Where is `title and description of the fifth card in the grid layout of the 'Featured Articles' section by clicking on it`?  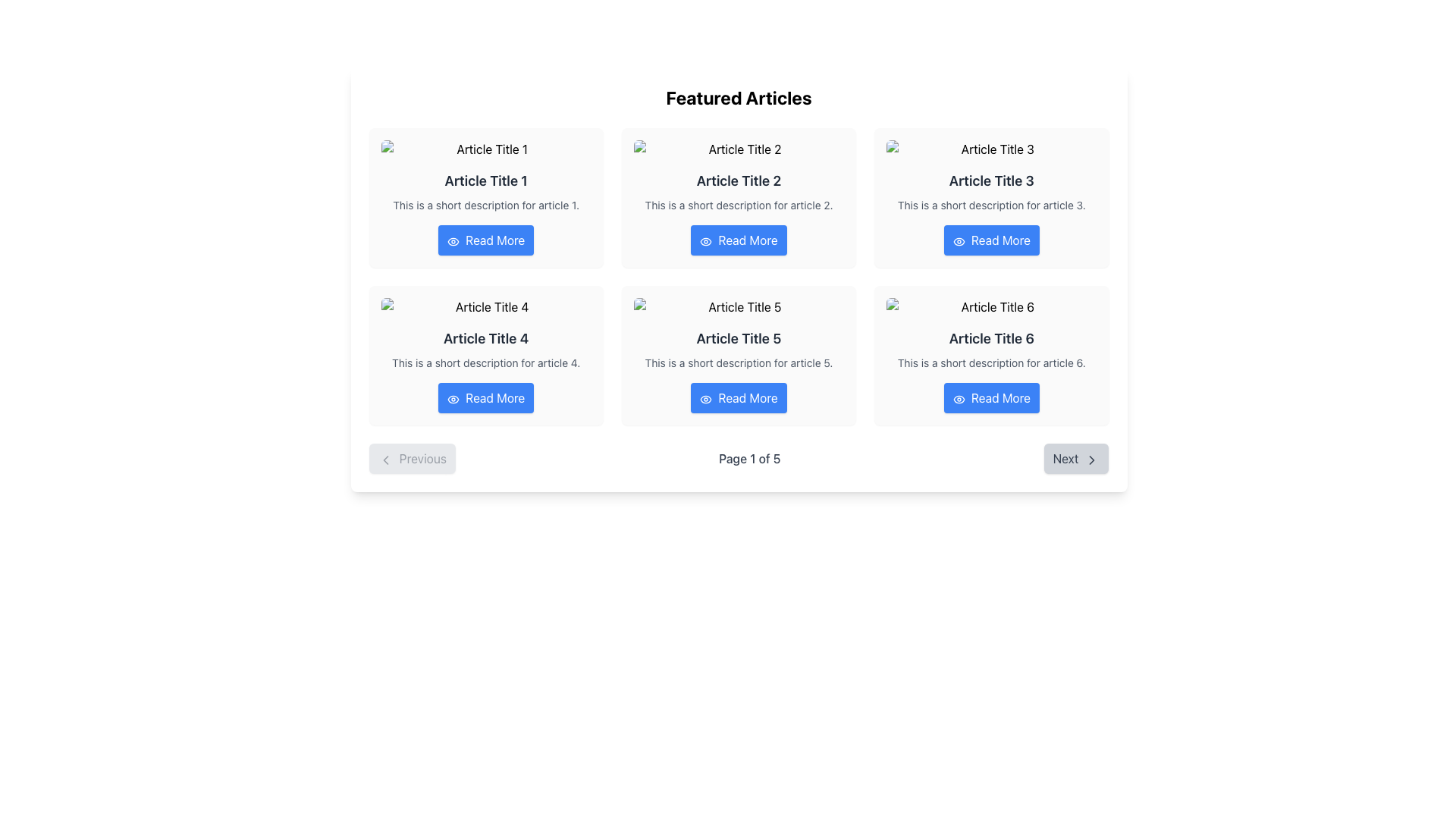 title and description of the fifth card in the grid layout of the 'Featured Articles' section by clicking on it is located at coordinates (739, 356).